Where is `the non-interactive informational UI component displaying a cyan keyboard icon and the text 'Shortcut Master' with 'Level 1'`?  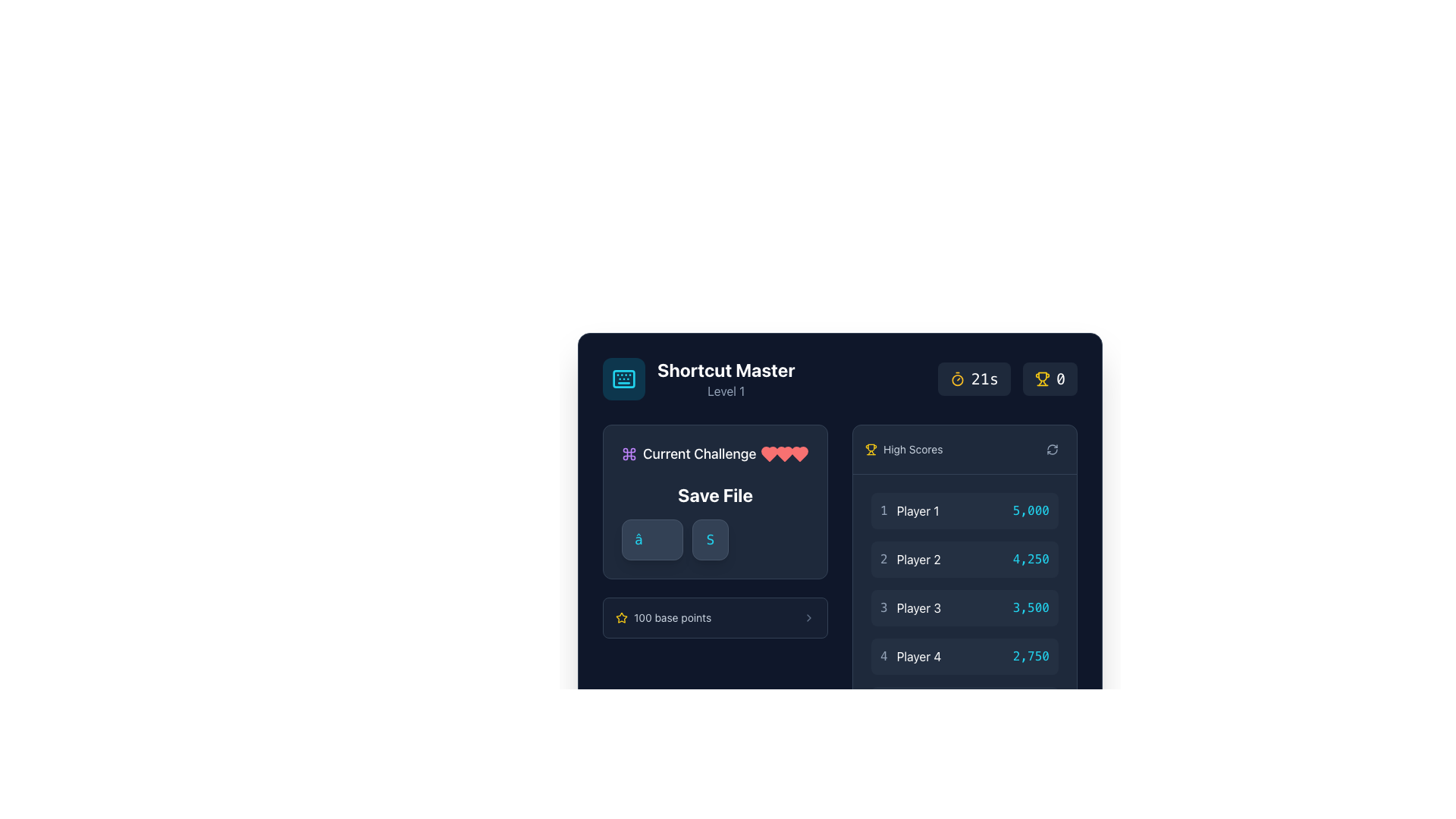
the non-interactive informational UI component displaying a cyan keyboard icon and the text 'Shortcut Master' with 'Level 1' is located at coordinates (698, 378).